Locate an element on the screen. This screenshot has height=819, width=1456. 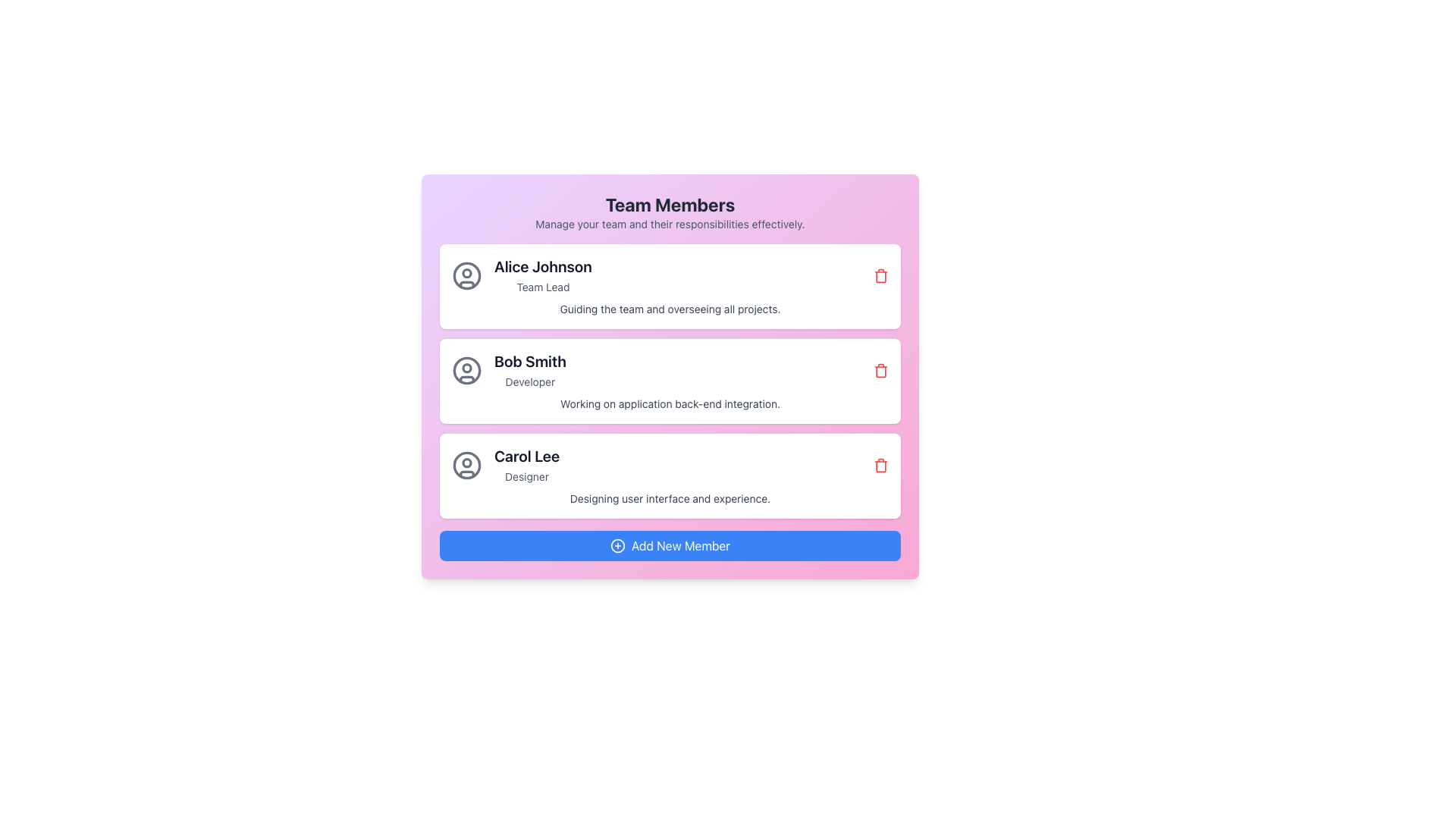
the SVG Icon within the 'Add New Member' button located at the bottom center of the team member list is located at coordinates (617, 546).